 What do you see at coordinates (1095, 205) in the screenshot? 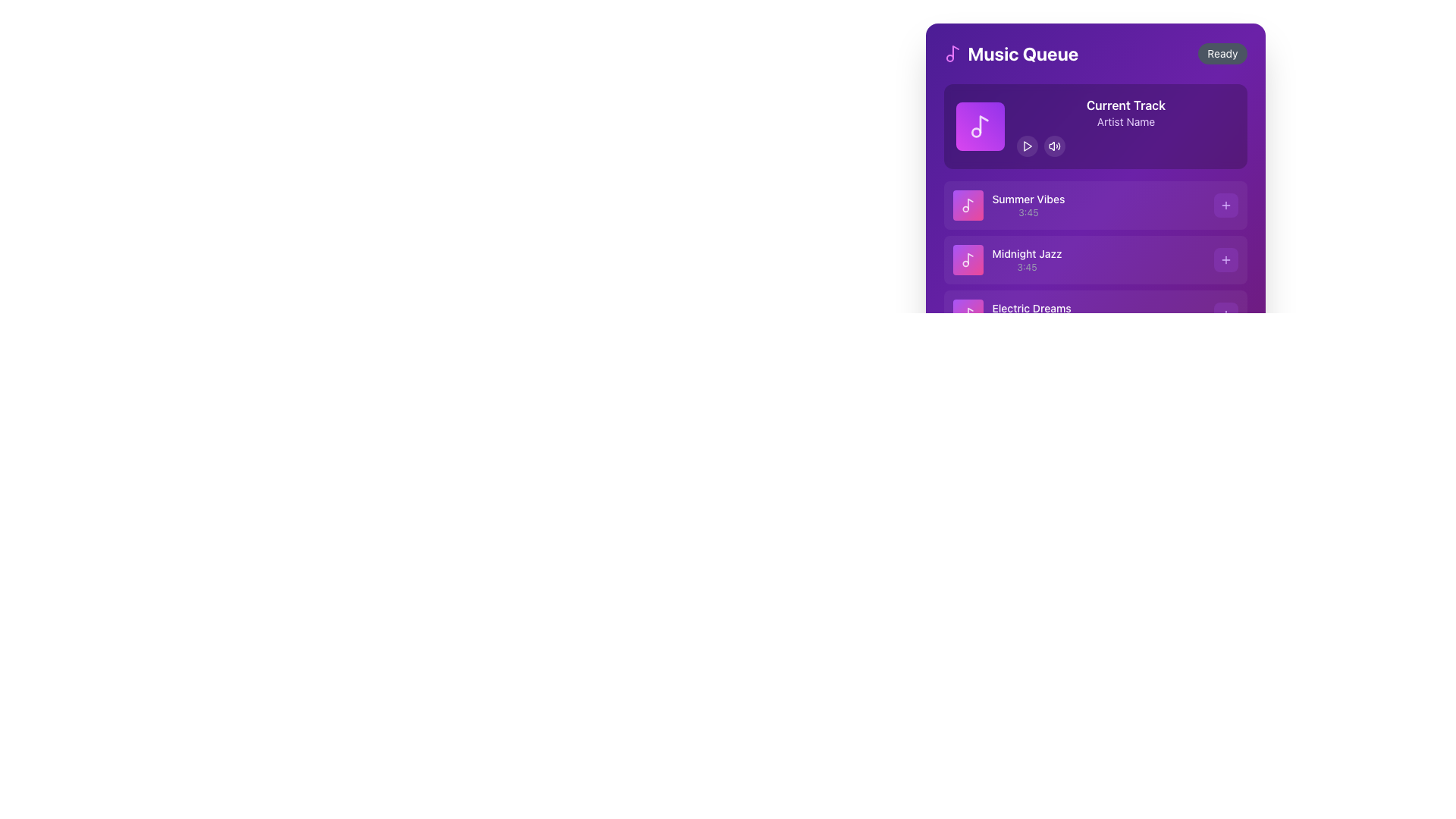
I see `the '+' button on the track info list item labeled 'Summer Vibes'` at bounding box center [1095, 205].